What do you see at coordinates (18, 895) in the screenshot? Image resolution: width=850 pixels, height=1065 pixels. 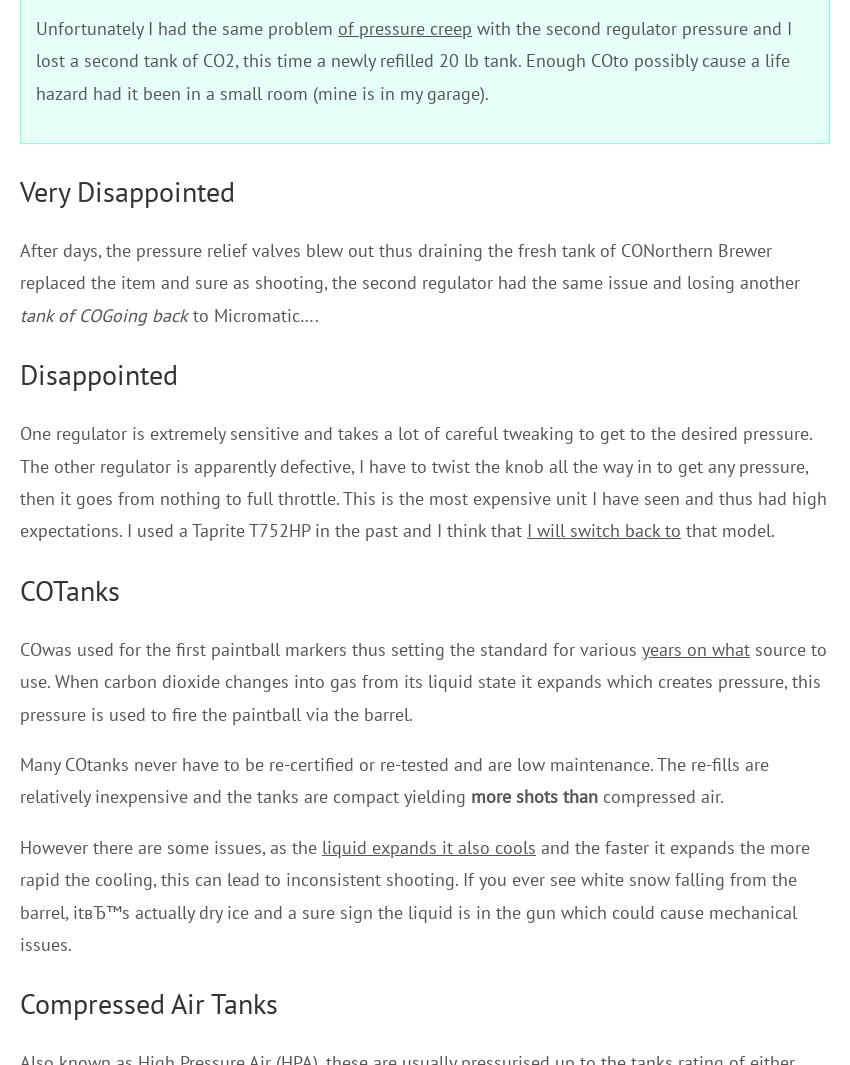 I see `'and the faster it expands the more rapid the cooling, this can lead to inconsistent shooting. If you ever see white snow falling from the barrel, itвЂ™s actually dry ice and a sure sign the liquid is in the gun which could cause mechanical issues.'` at bounding box center [18, 895].